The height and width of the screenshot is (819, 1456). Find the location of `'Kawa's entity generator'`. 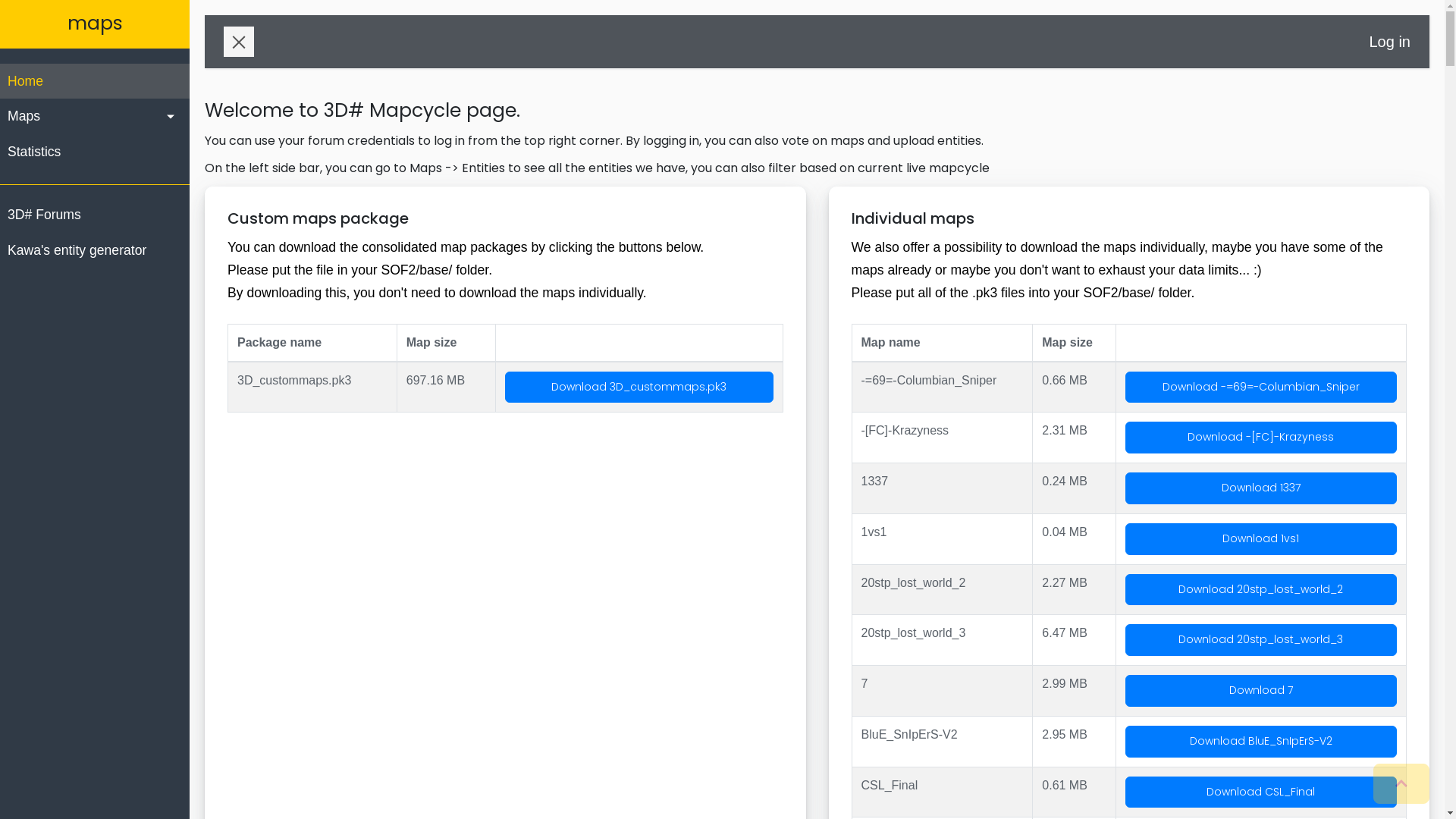

'Kawa's entity generator' is located at coordinates (93, 249).